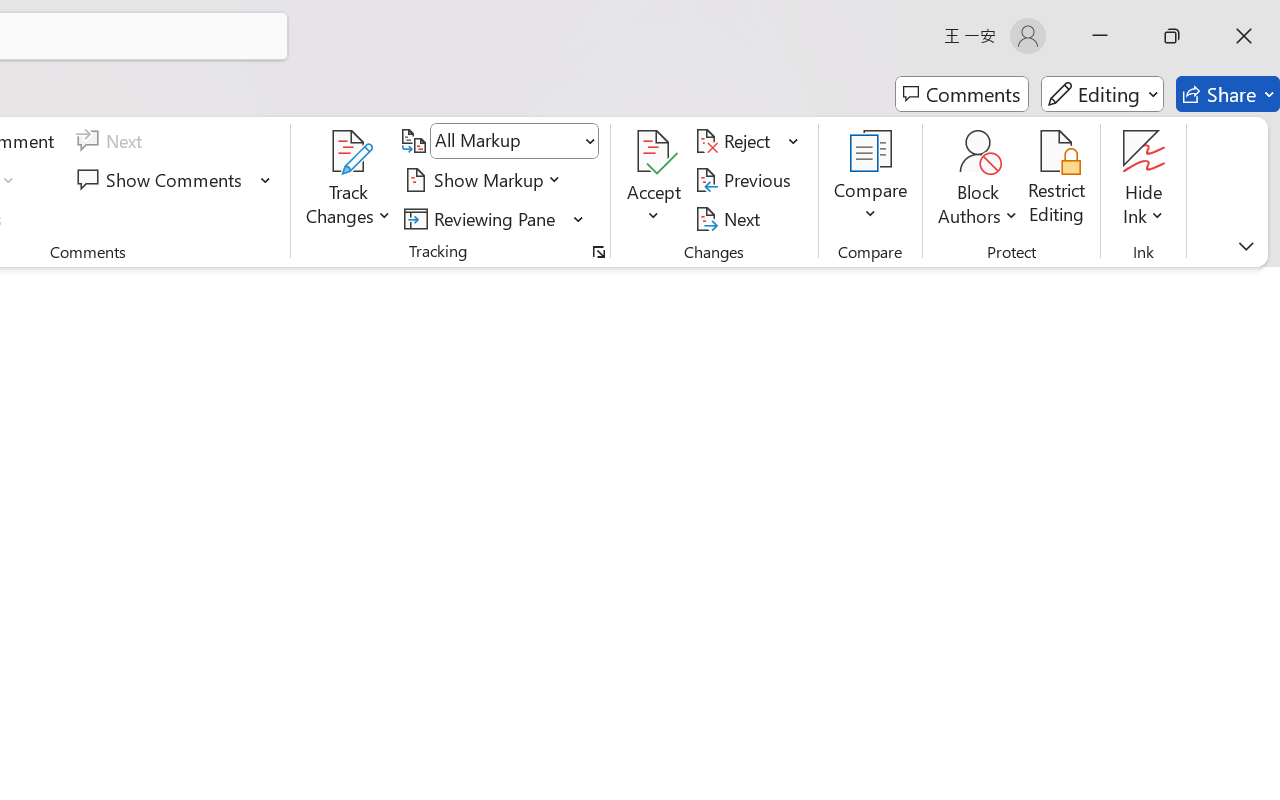  What do you see at coordinates (349, 179) in the screenshot?
I see `'Track Changes'` at bounding box center [349, 179].